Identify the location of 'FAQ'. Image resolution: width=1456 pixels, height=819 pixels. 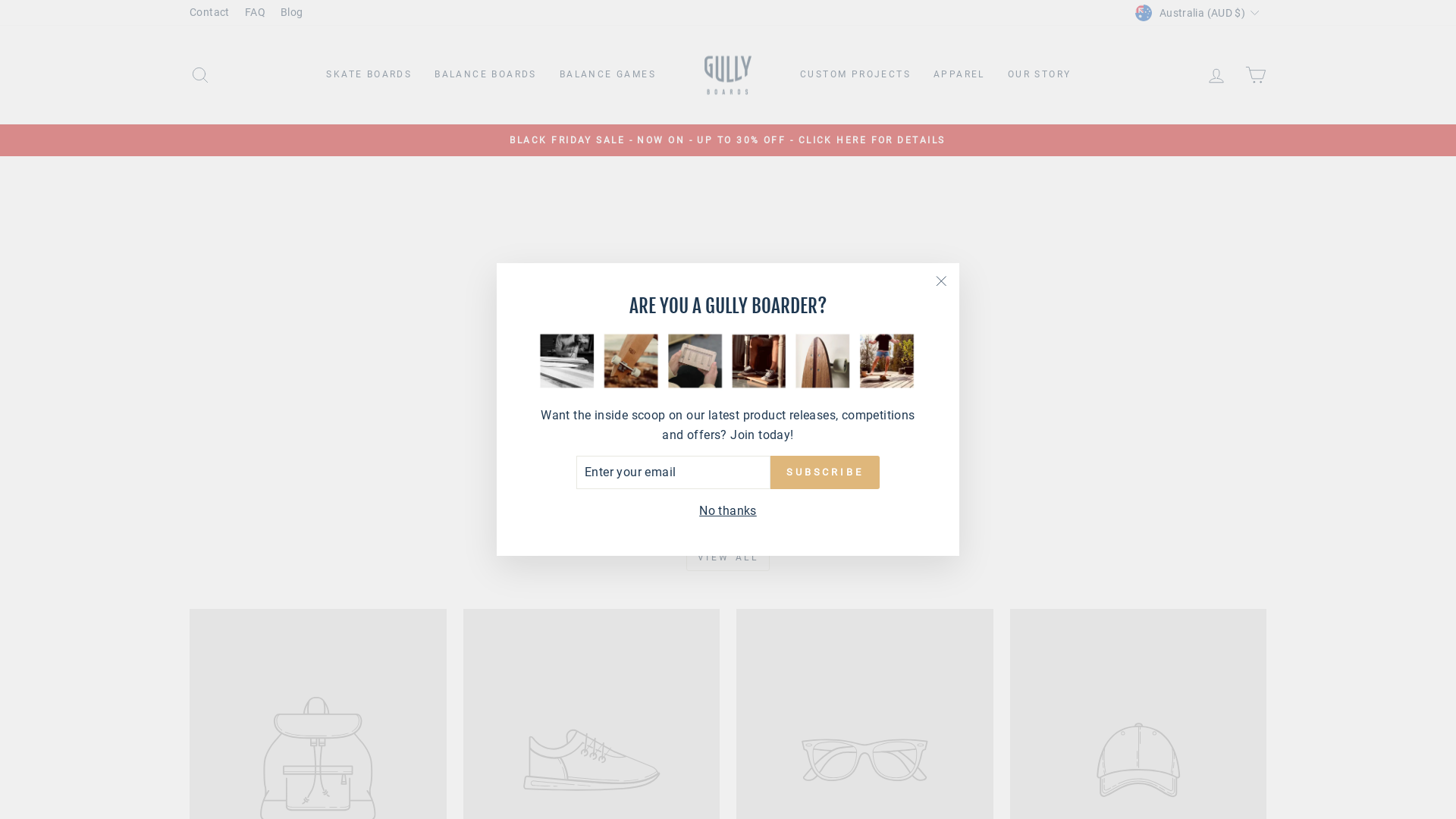
(255, 12).